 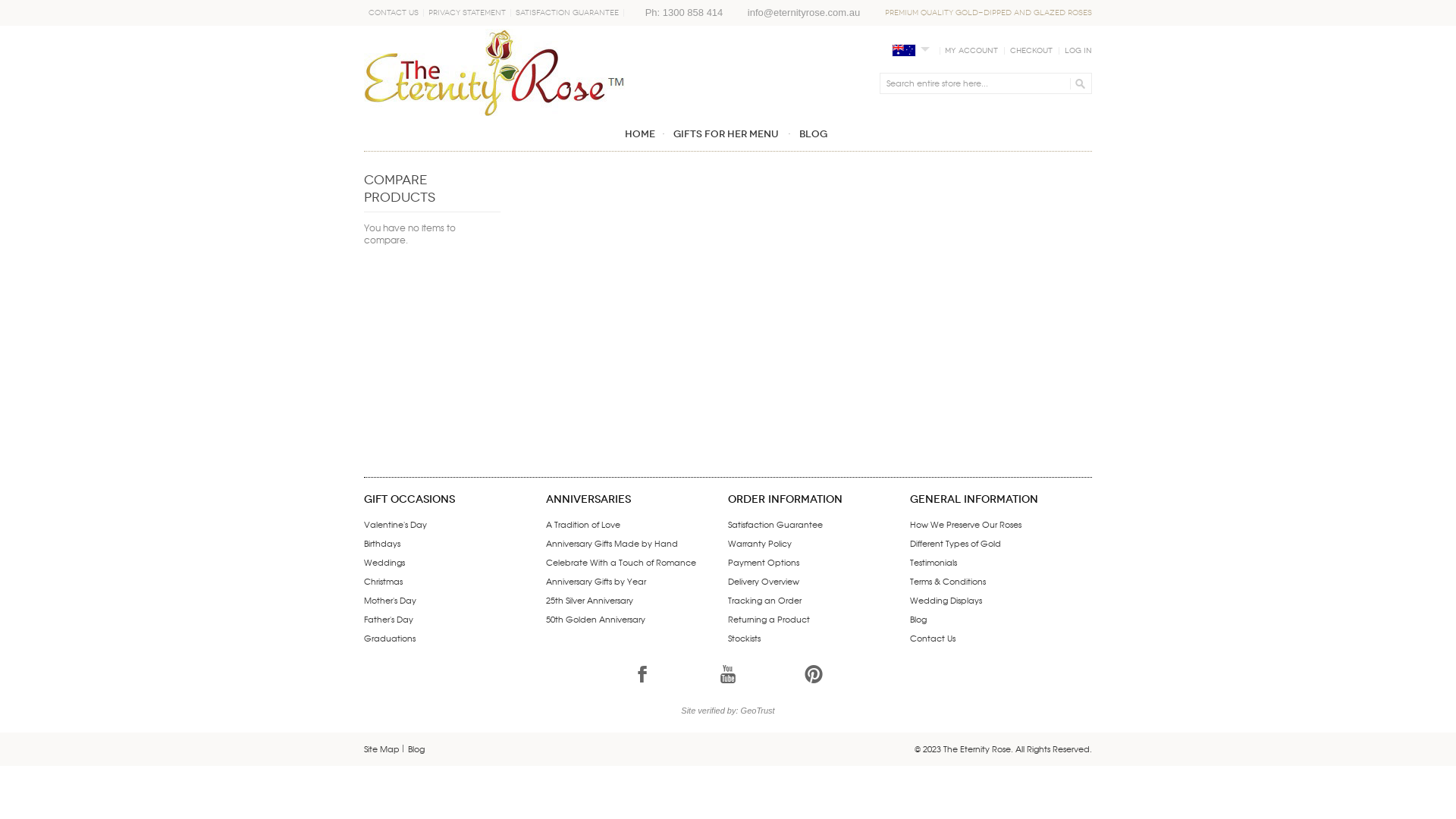 What do you see at coordinates (595, 580) in the screenshot?
I see `'Anniversary Gifts by Year'` at bounding box center [595, 580].